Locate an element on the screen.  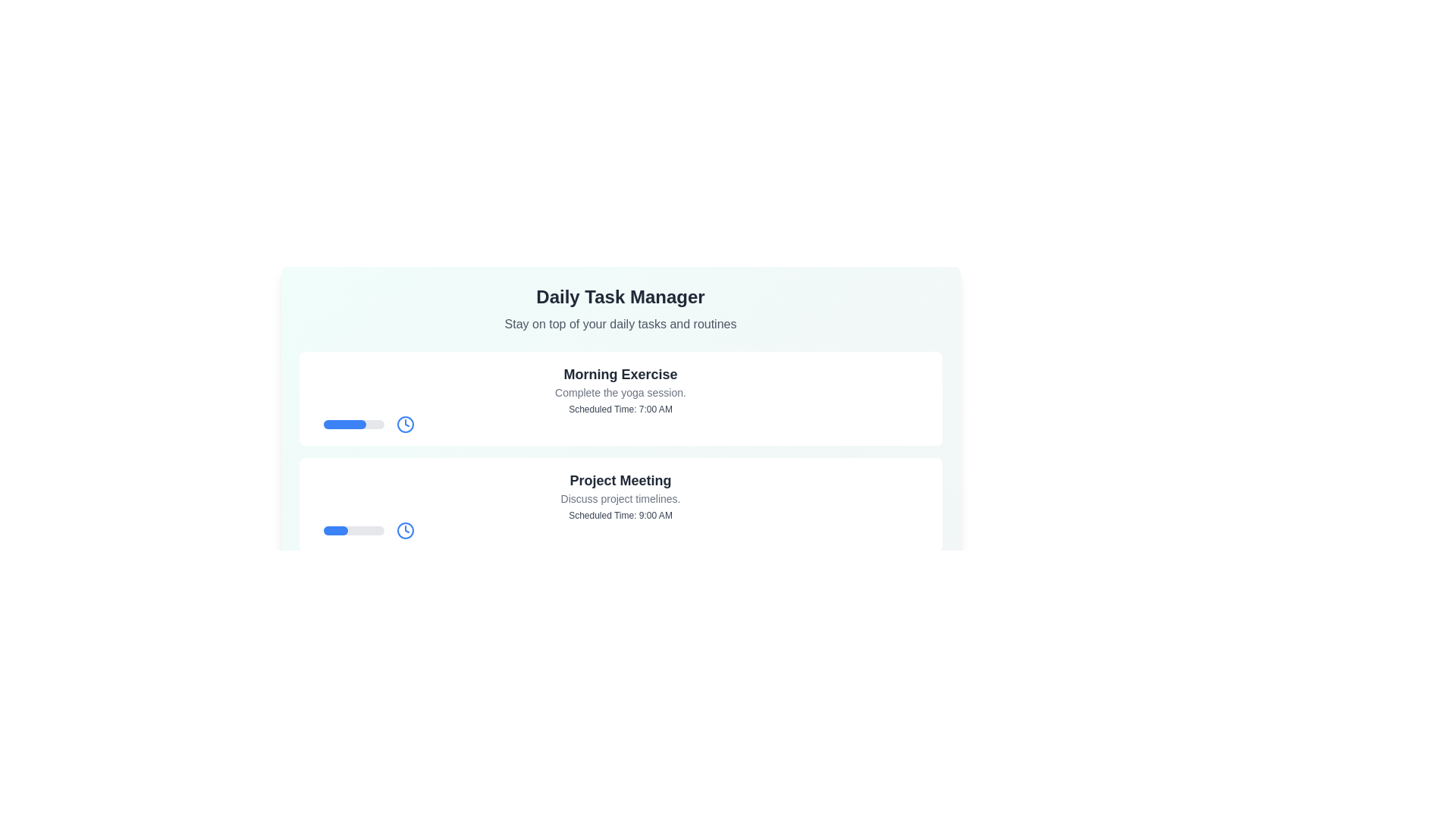
the leftmost SVG graphical element indicating completion or status for the 'Morning Exercise' item located between a progress bar and textual information is located at coordinates (405, 424).